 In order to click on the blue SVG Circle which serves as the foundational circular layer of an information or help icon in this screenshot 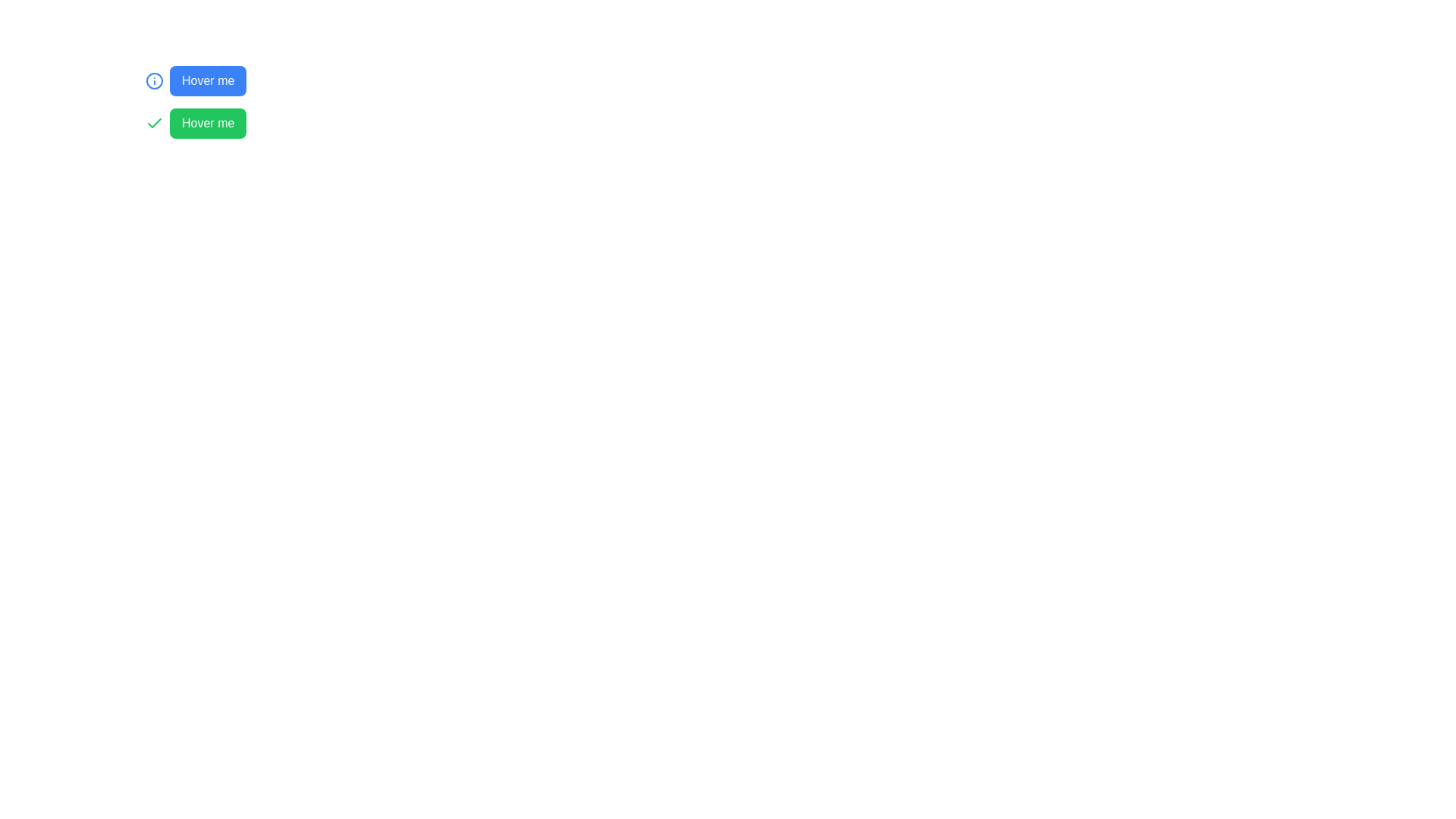, I will do `click(154, 81)`.